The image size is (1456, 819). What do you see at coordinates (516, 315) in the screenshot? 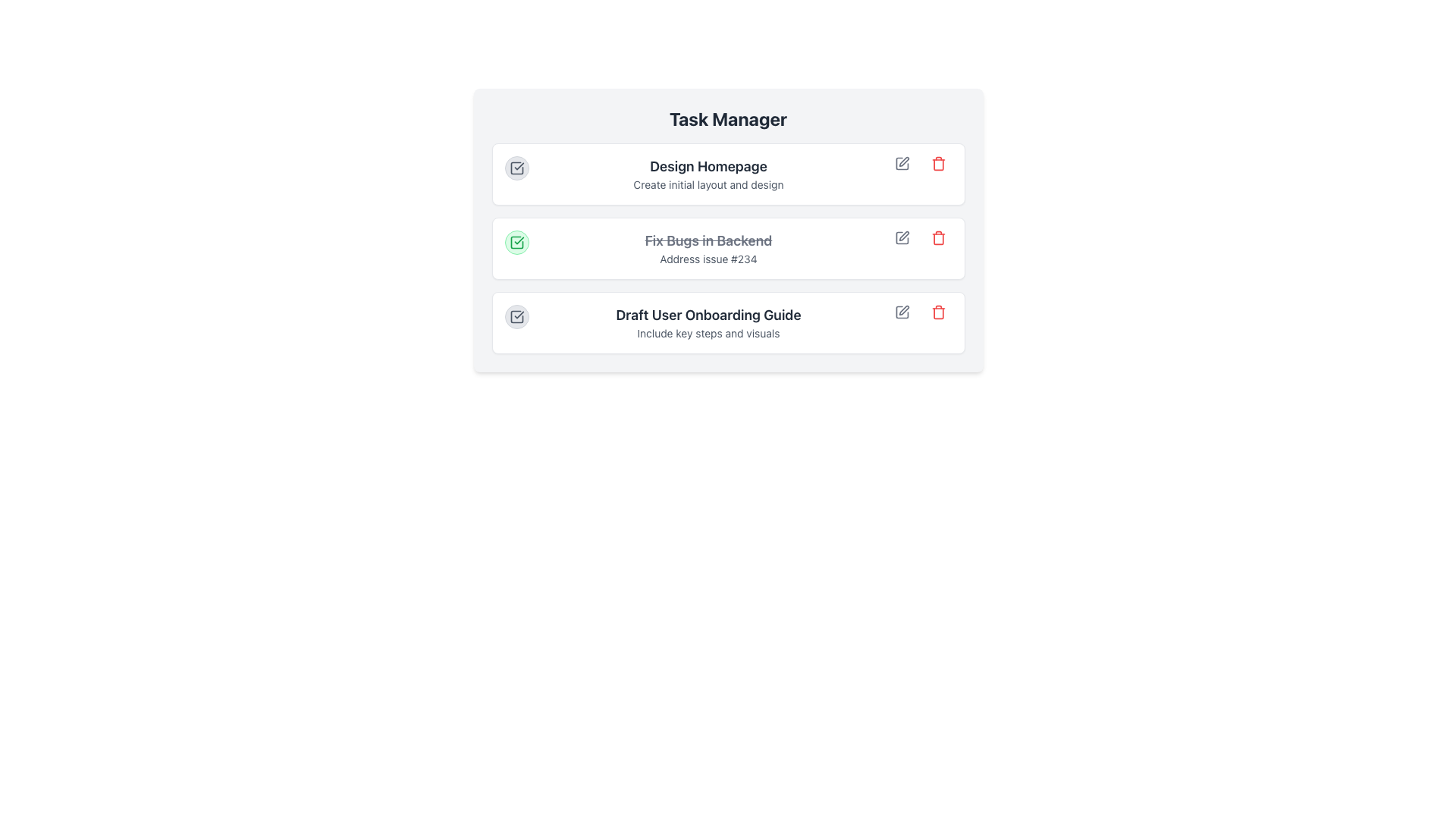
I see `the task completion status icon located to the left of the 'Draft User Onboarding Guide' task entry` at bounding box center [516, 315].